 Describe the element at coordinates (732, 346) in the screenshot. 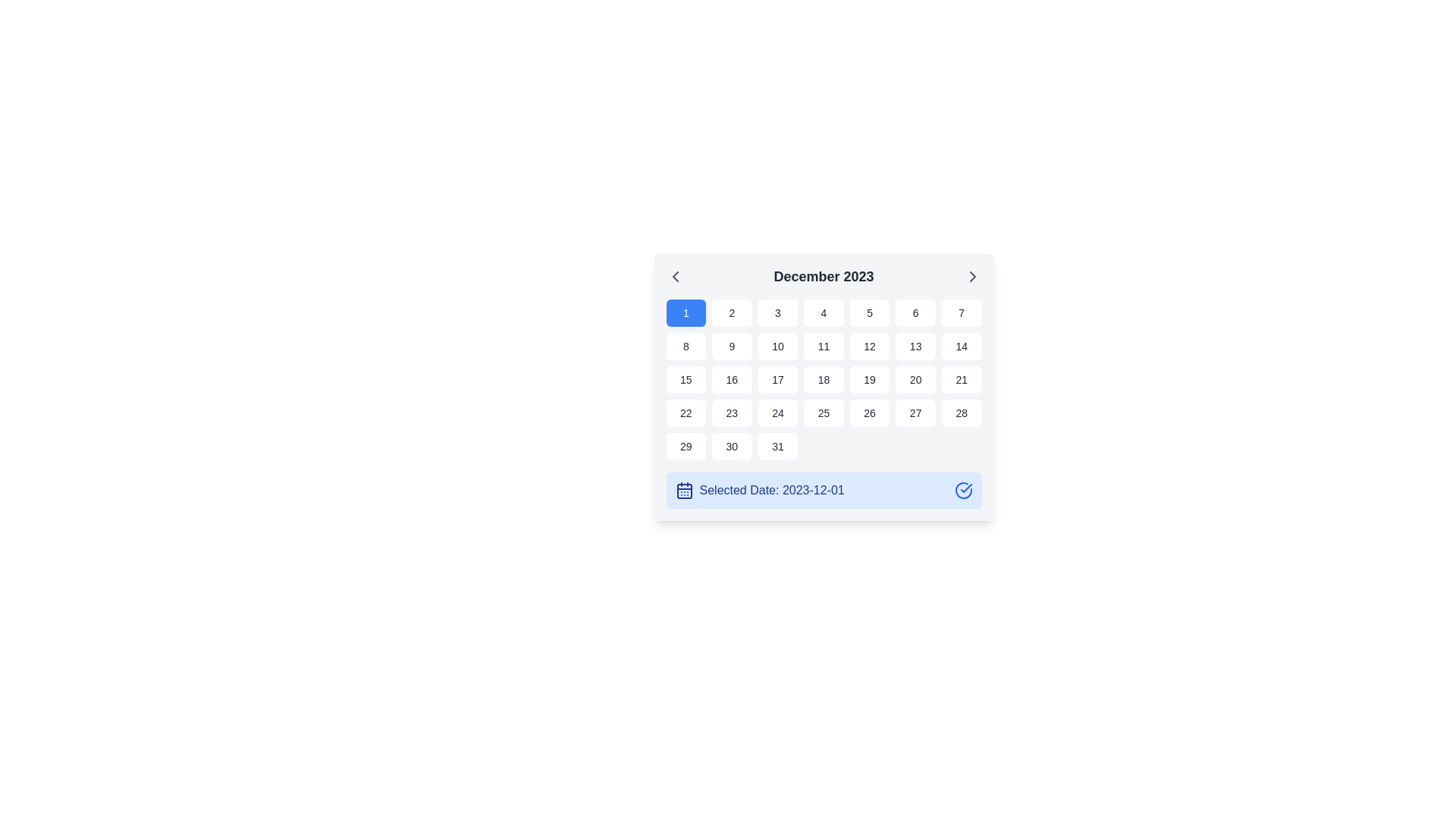

I see `the button representing the 9th day of December 2023 in the calendar` at that location.